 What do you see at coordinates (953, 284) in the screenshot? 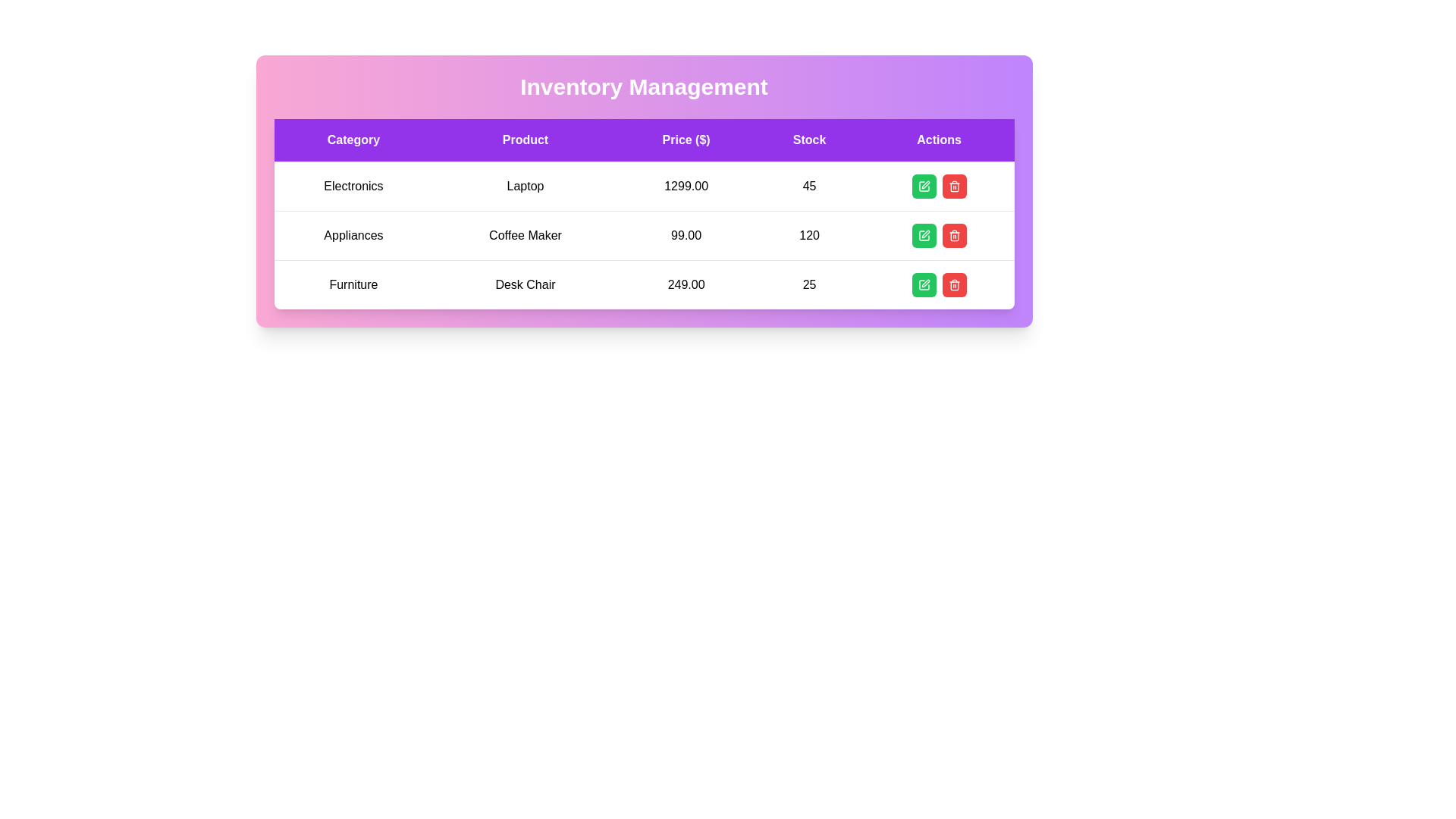
I see `the trash bin icon button with a red background in the 'Actions' column of the third row of the 'Inventory Management' table` at bounding box center [953, 284].